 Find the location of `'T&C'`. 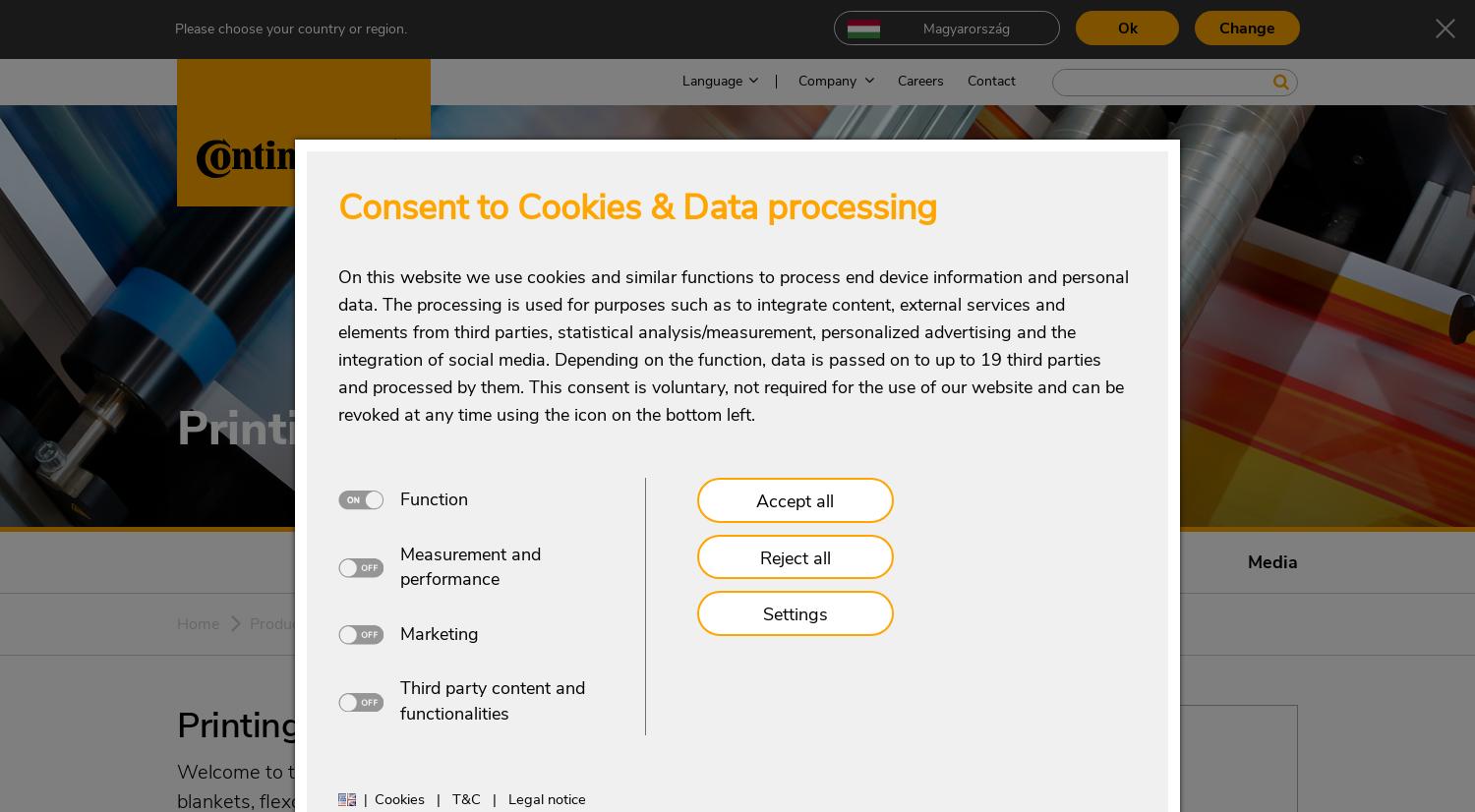

'T&C' is located at coordinates (464, 798).